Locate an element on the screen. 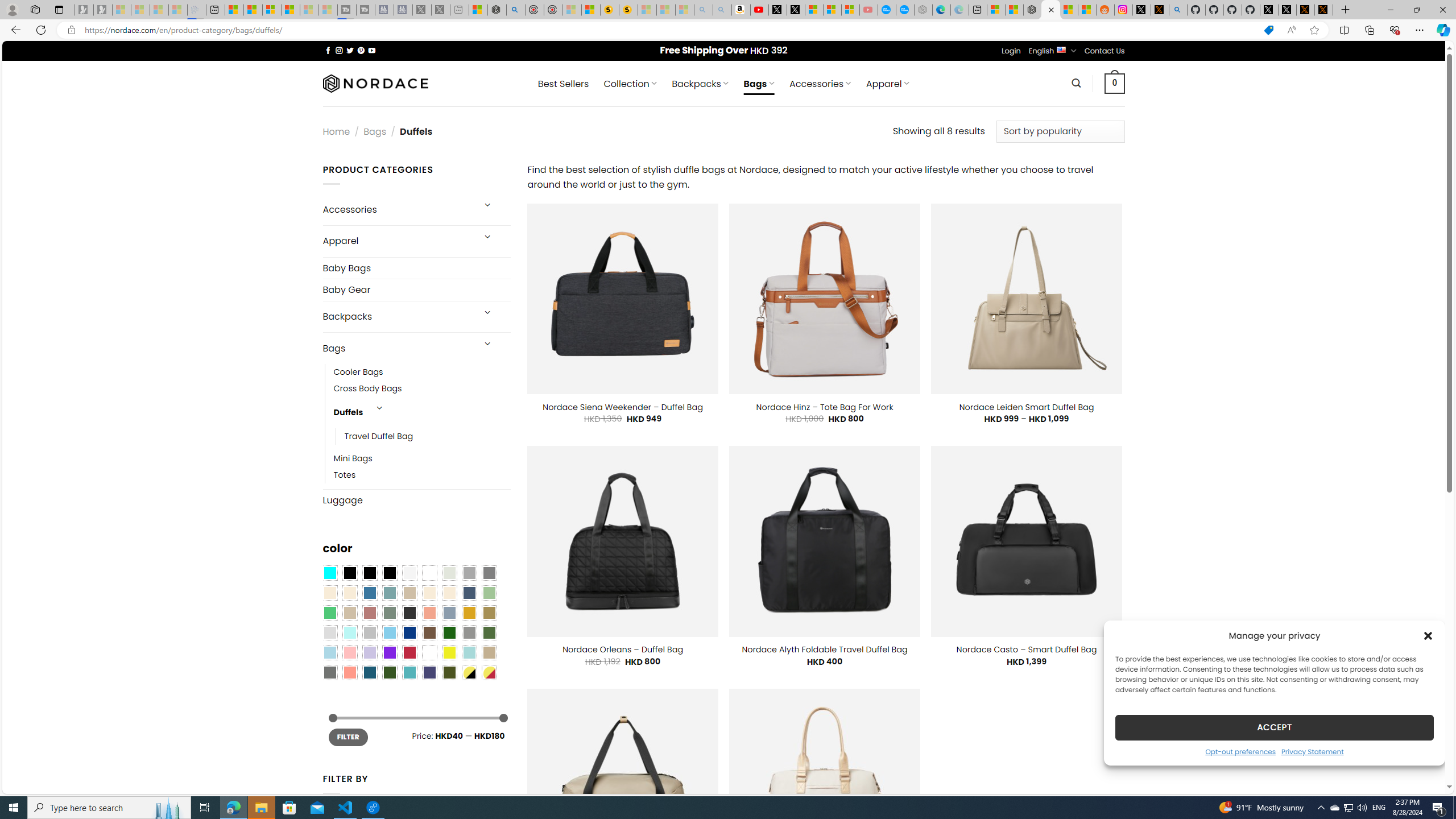 This screenshot has height=819, width=1456. 'Cross Body Bags' is located at coordinates (367, 388).